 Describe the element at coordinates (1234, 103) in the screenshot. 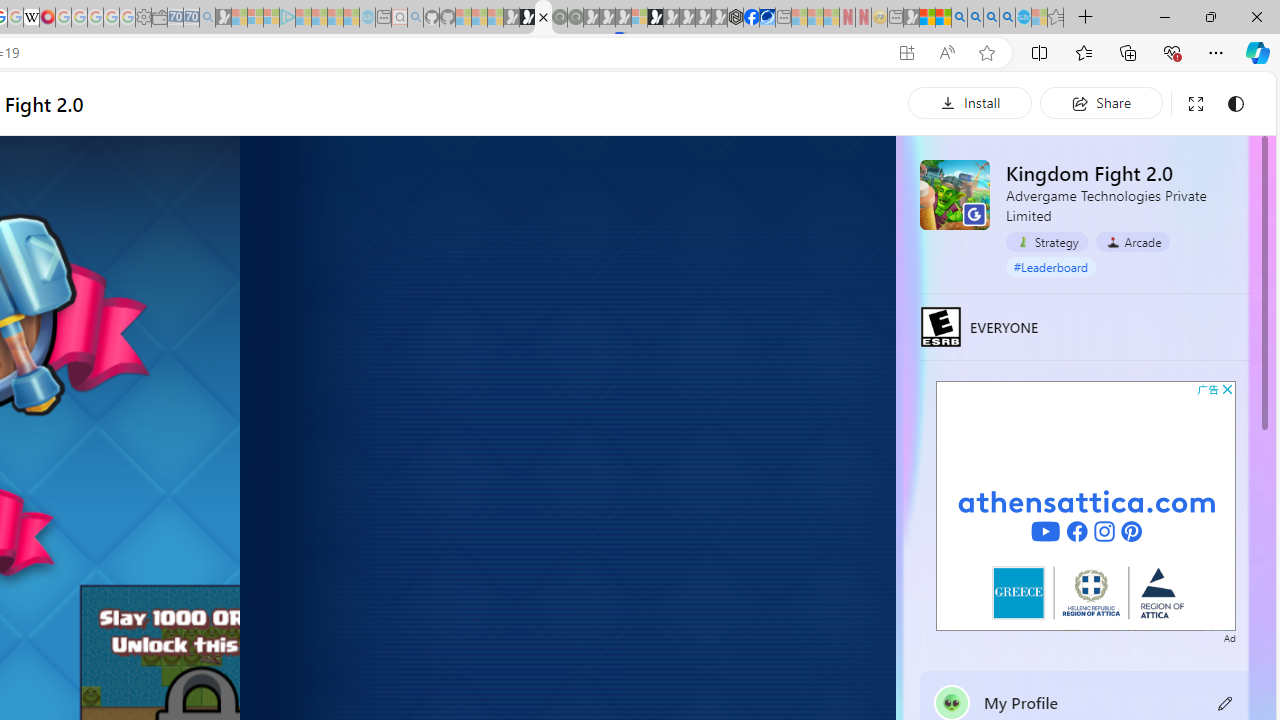

I see `'Change to dark mode'` at that location.